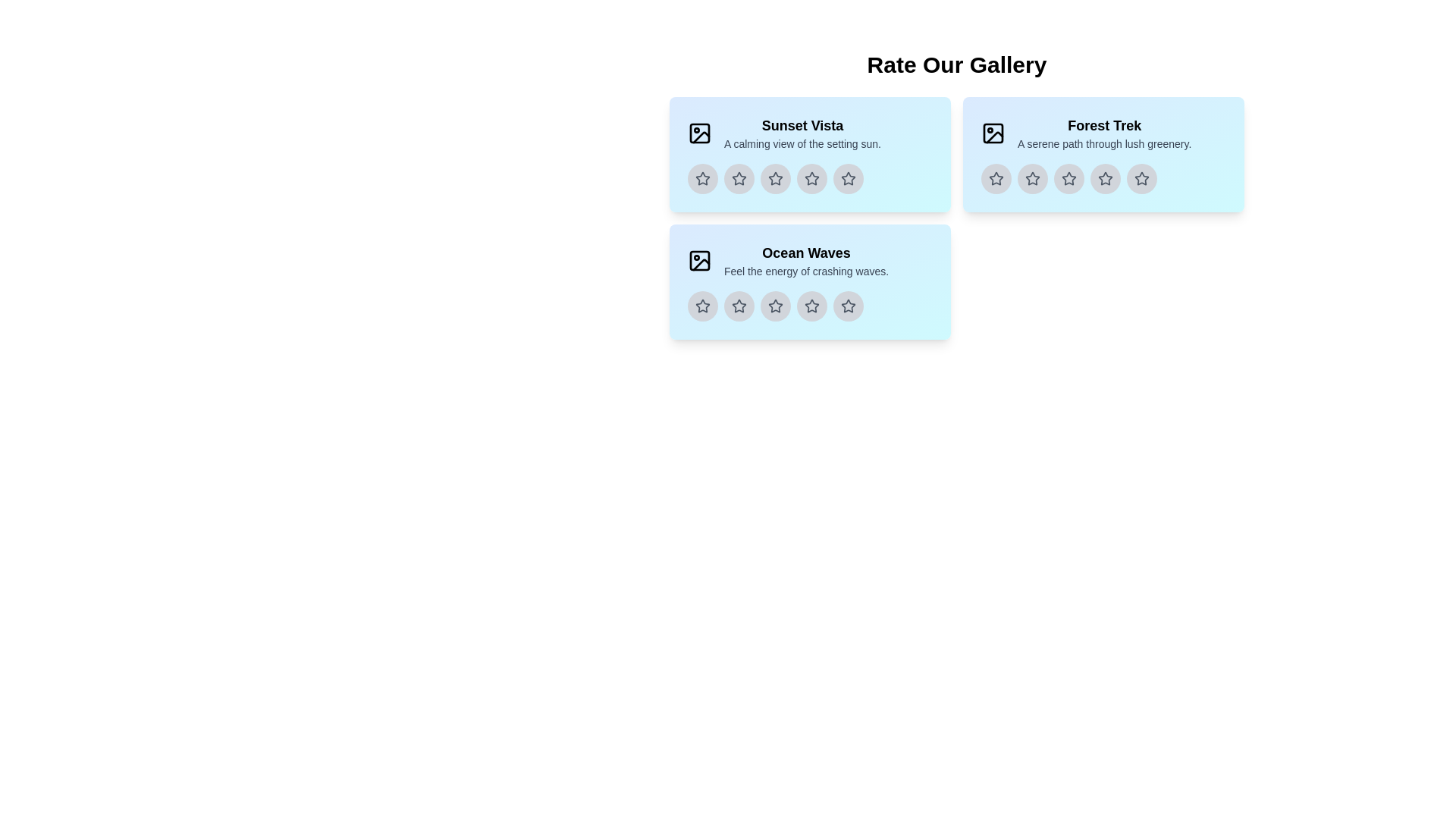 The height and width of the screenshot is (819, 1456). What do you see at coordinates (698, 259) in the screenshot?
I see `the icon with a mountain-like shape located to the left of the 'Ocean Waves' text within the 'Ocean Waves' card` at bounding box center [698, 259].